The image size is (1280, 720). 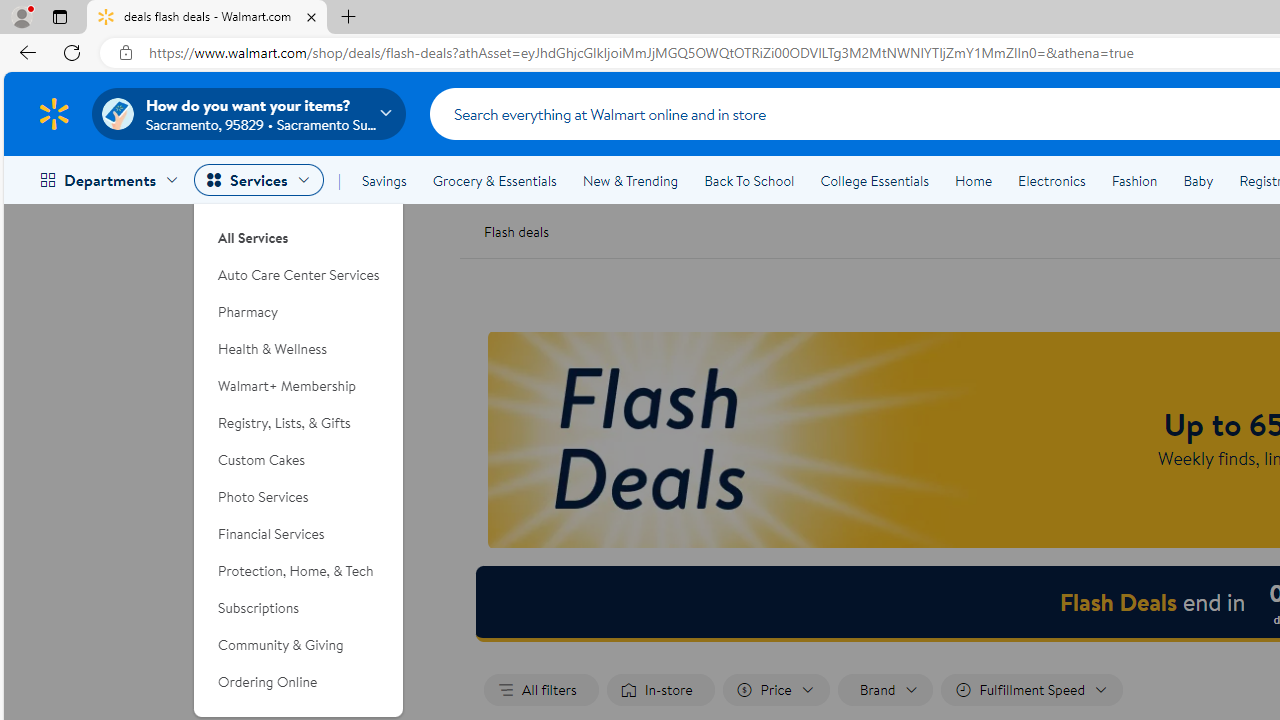 I want to click on 'Back To School', so click(x=748, y=181).